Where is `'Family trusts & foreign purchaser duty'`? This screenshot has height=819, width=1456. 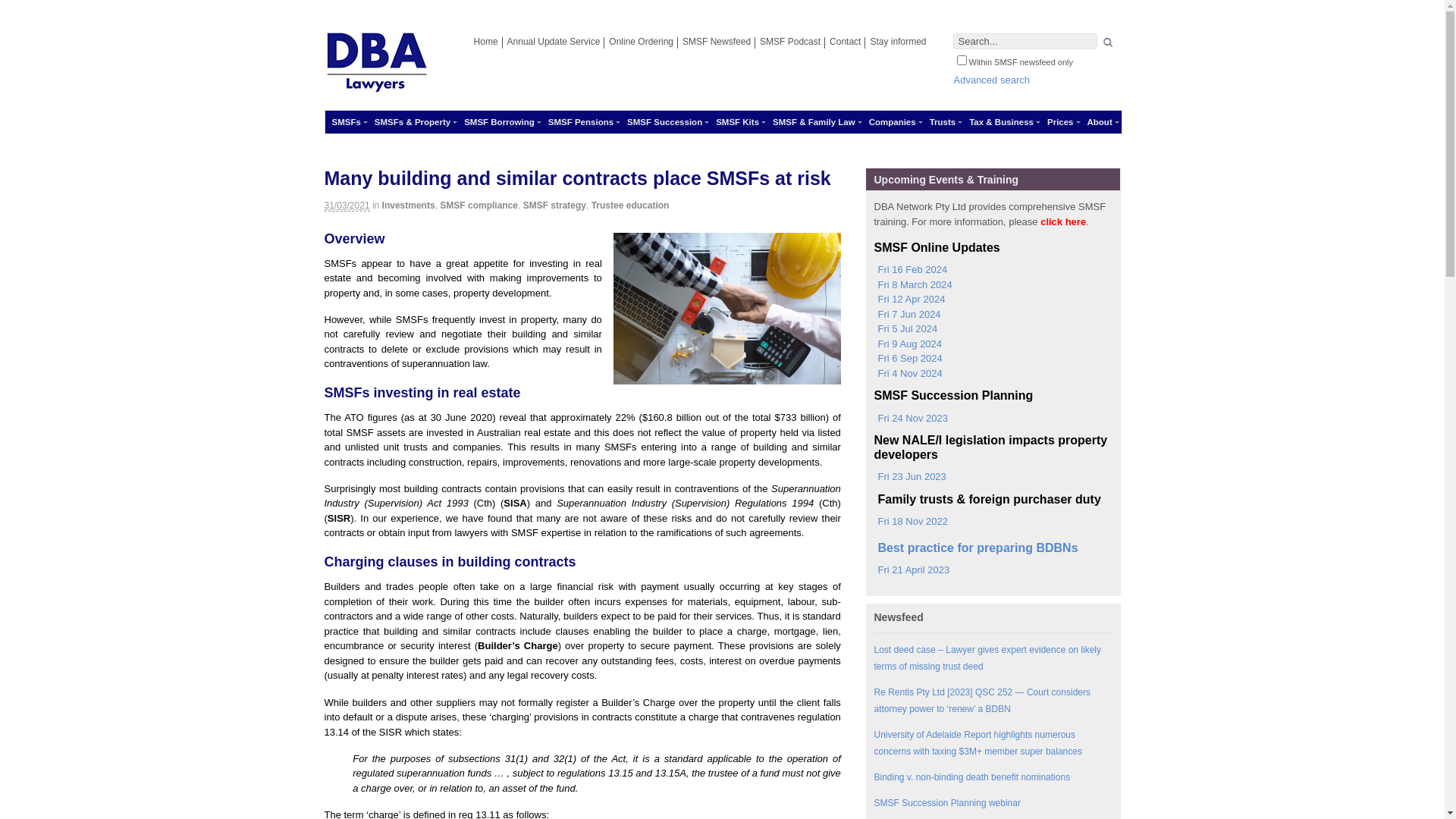
'Family trusts & foreign purchaser duty' is located at coordinates (987, 499).